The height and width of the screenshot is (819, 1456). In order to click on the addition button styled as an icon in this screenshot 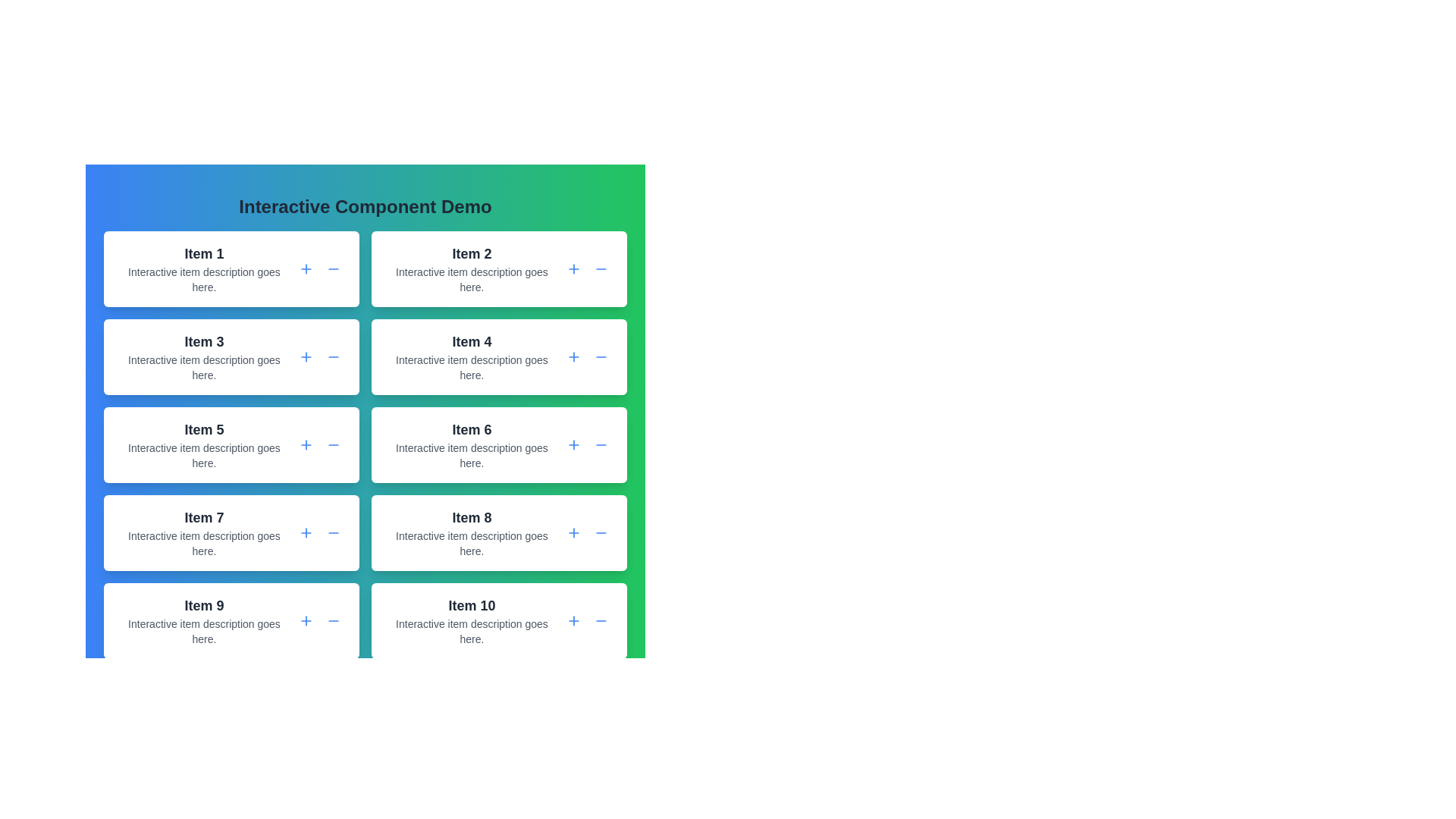, I will do `click(305, 356)`.